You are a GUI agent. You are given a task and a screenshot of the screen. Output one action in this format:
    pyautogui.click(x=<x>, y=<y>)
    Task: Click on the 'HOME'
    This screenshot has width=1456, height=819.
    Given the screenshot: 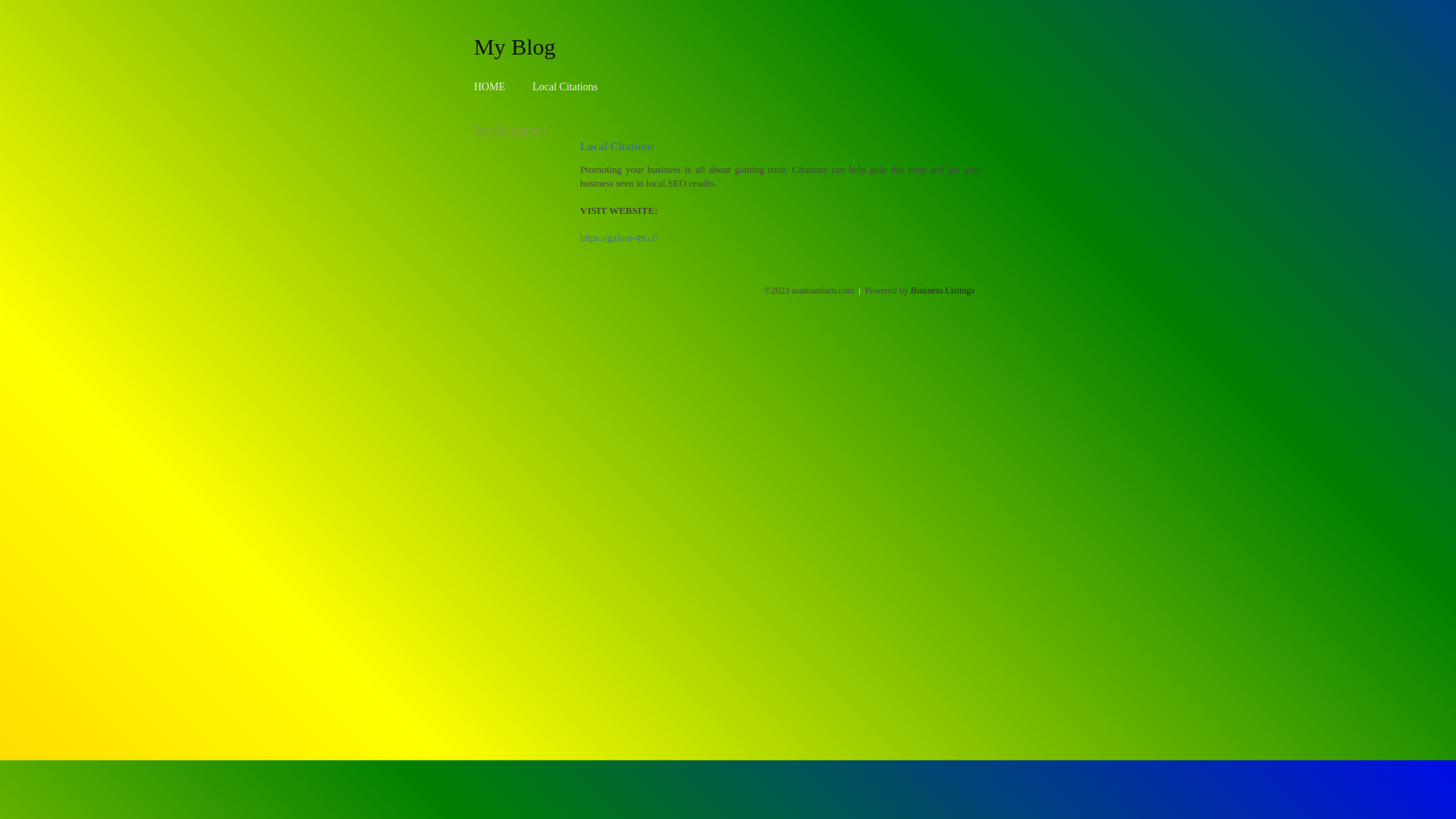 What is the action you would take?
    pyautogui.click(x=489, y=86)
    